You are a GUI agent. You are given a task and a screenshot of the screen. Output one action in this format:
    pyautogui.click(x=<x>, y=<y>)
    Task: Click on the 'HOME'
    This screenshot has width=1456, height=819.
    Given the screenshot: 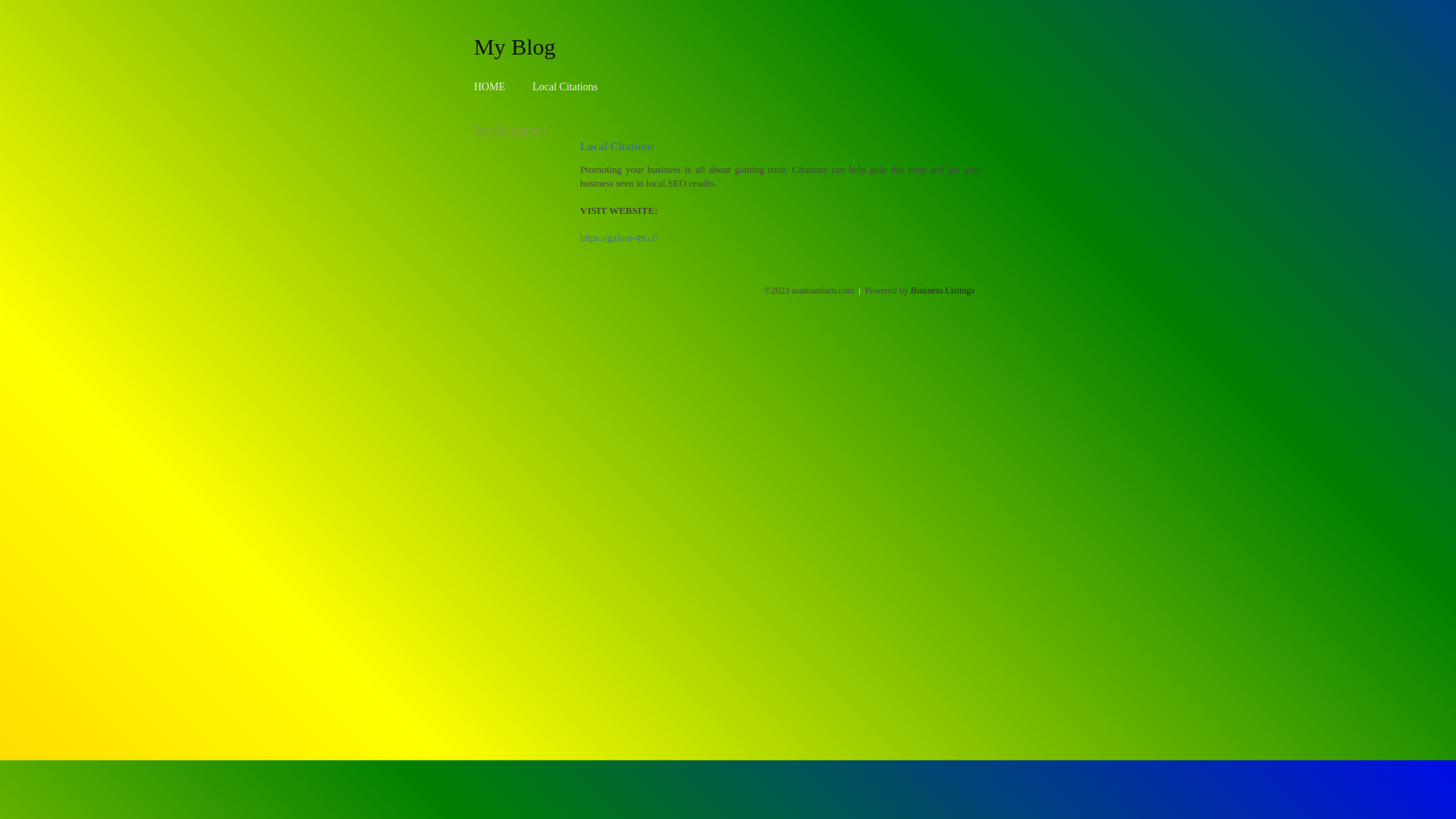 What is the action you would take?
    pyautogui.click(x=489, y=86)
    